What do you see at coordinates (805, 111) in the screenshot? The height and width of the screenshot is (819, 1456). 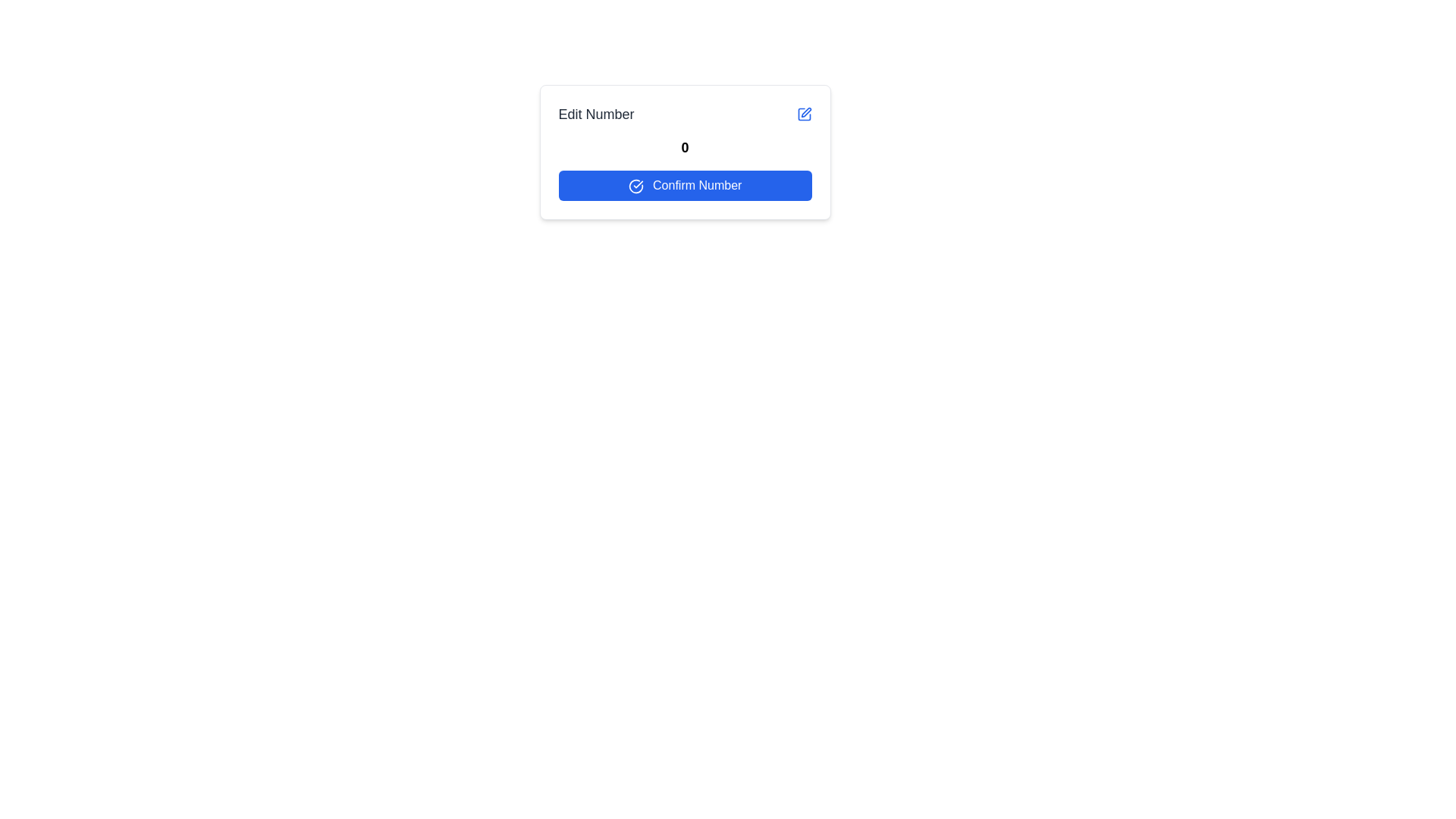 I see `the pen-and-square icon located in the top-right corner of the 'Edit Number' card` at bounding box center [805, 111].